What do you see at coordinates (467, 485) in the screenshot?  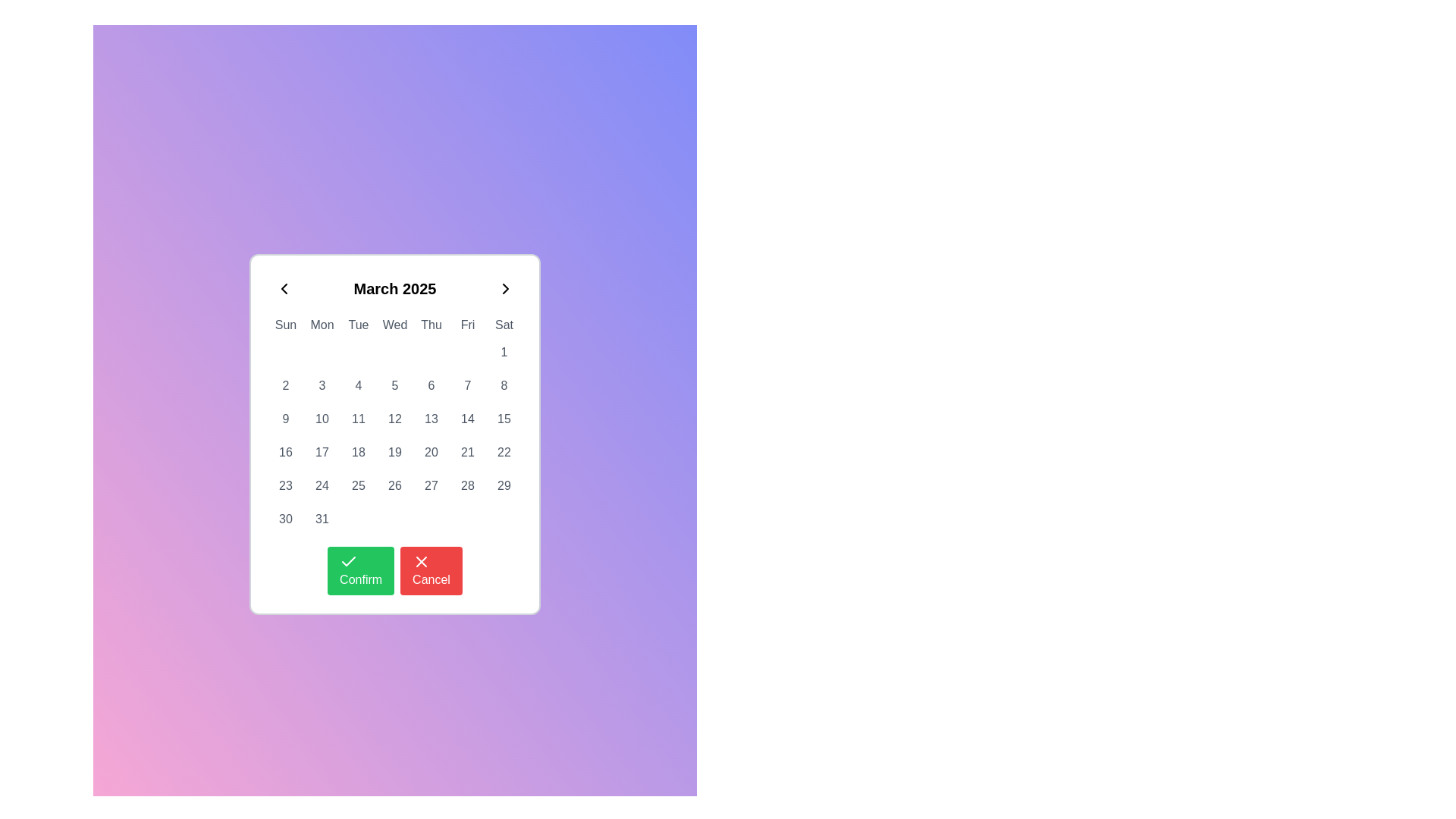 I see `the button displaying the number '28' in the calendar grid` at bounding box center [467, 485].